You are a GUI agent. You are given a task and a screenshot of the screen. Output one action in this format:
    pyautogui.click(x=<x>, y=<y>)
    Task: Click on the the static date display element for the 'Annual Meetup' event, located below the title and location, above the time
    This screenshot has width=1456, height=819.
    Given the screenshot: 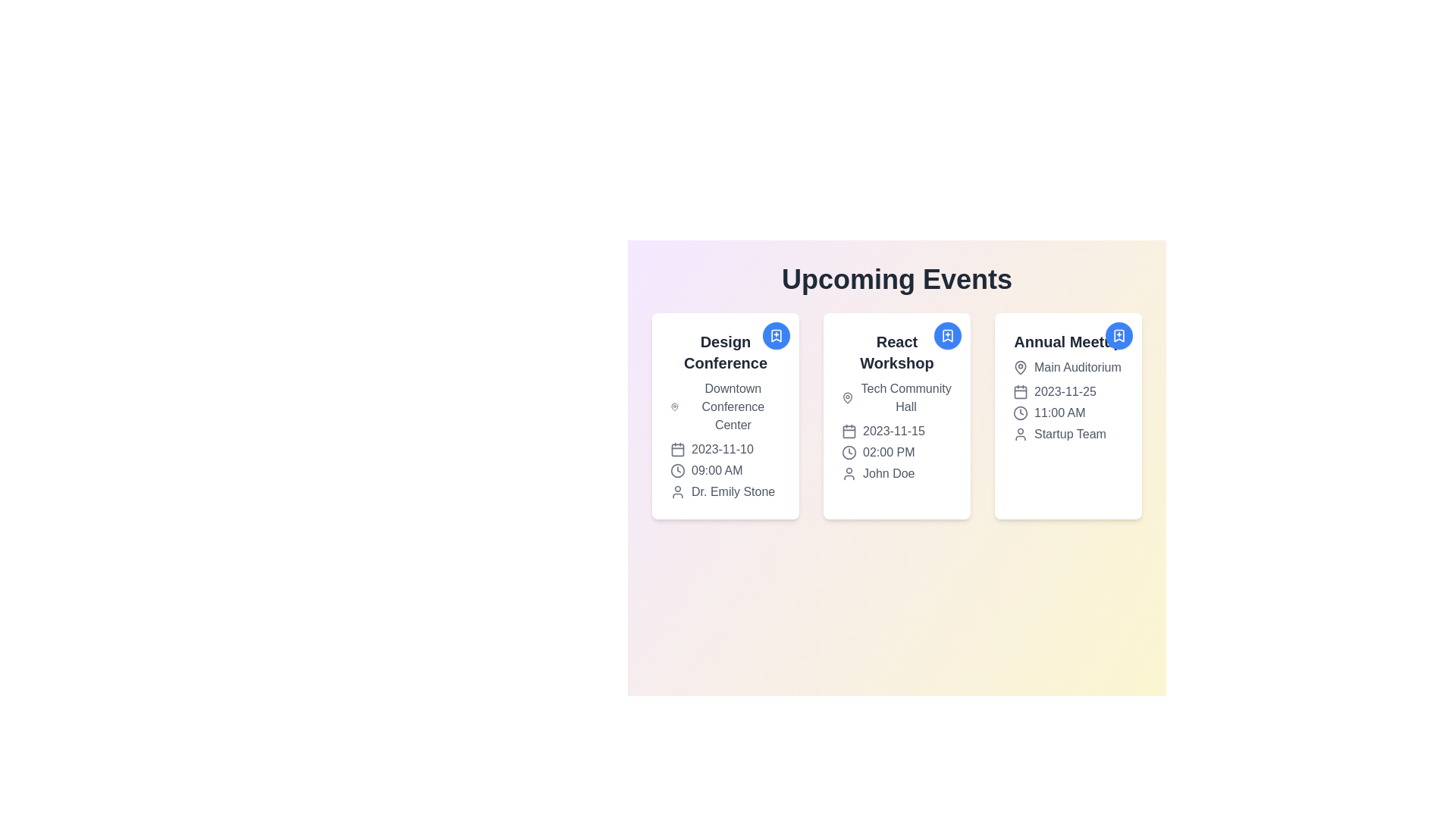 What is the action you would take?
    pyautogui.click(x=1068, y=391)
    